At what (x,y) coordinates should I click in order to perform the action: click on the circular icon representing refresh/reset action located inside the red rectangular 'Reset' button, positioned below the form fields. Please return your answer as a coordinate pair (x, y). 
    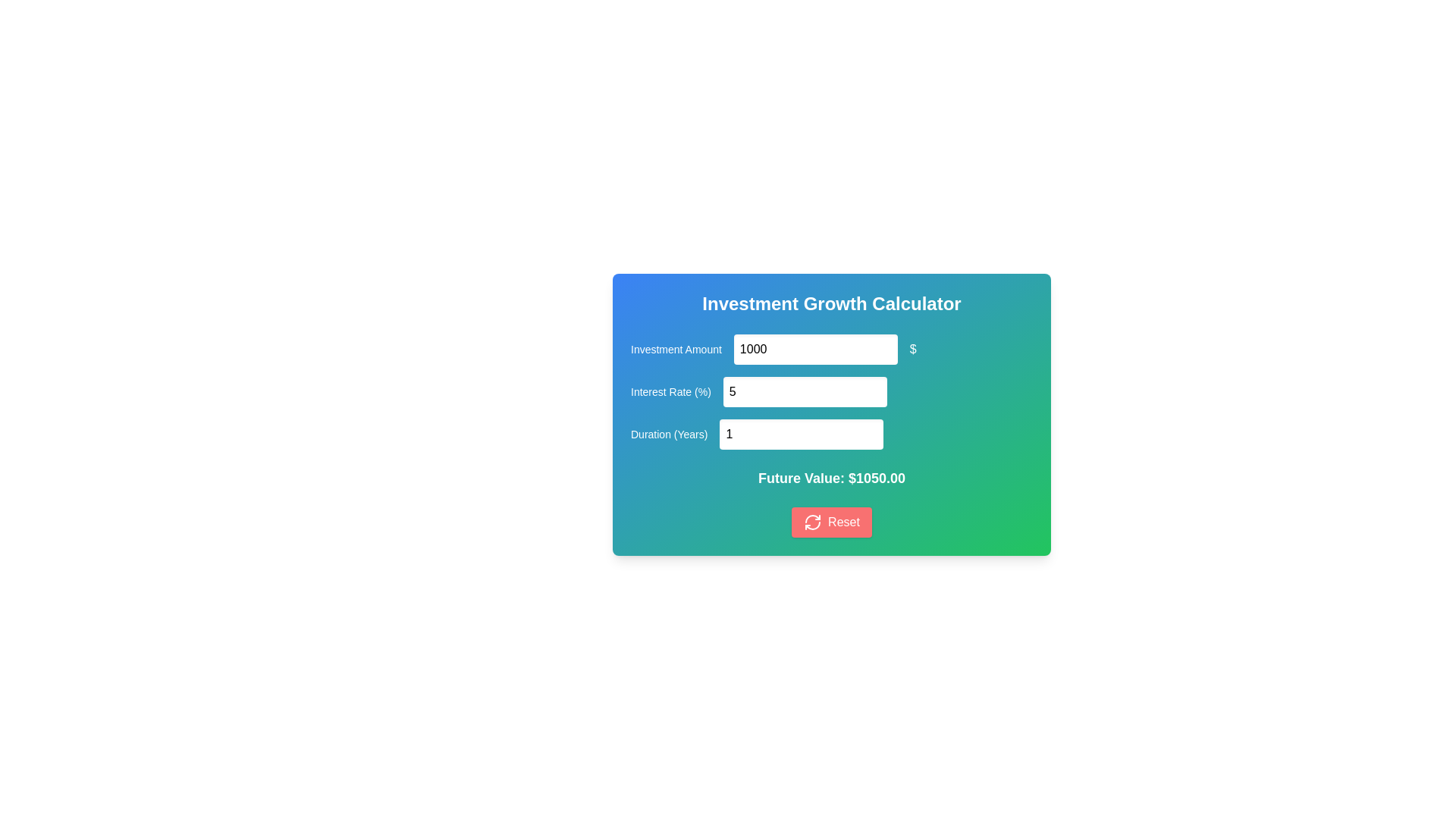
    Looking at the image, I should click on (812, 522).